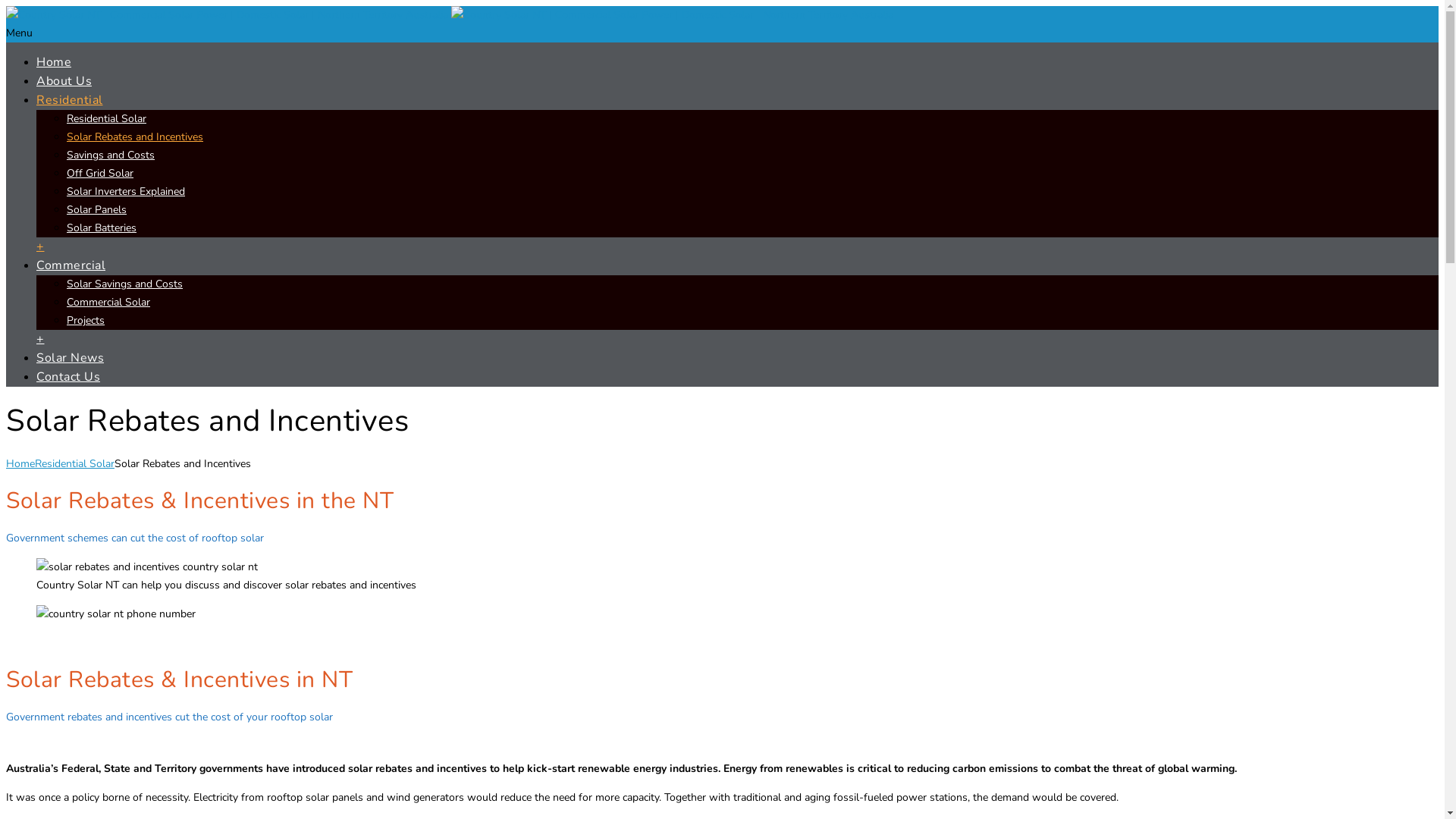 The height and width of the screenshot is (819, 1456). Describe the element at coordinates (134, 136) in the screenshot. I see `'Solar Rebates and Incentives'` at that location.